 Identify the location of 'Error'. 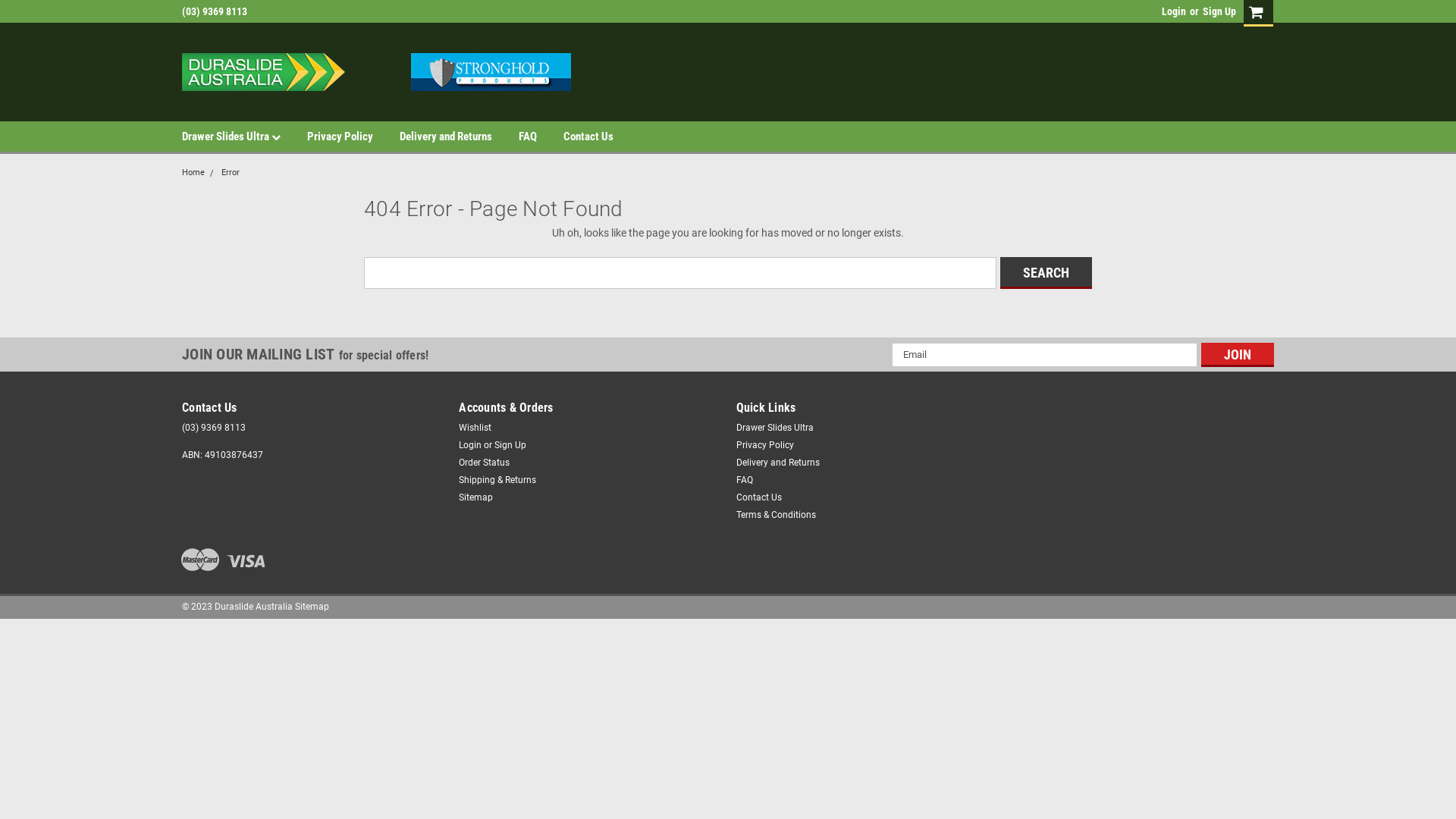
(229, 171).